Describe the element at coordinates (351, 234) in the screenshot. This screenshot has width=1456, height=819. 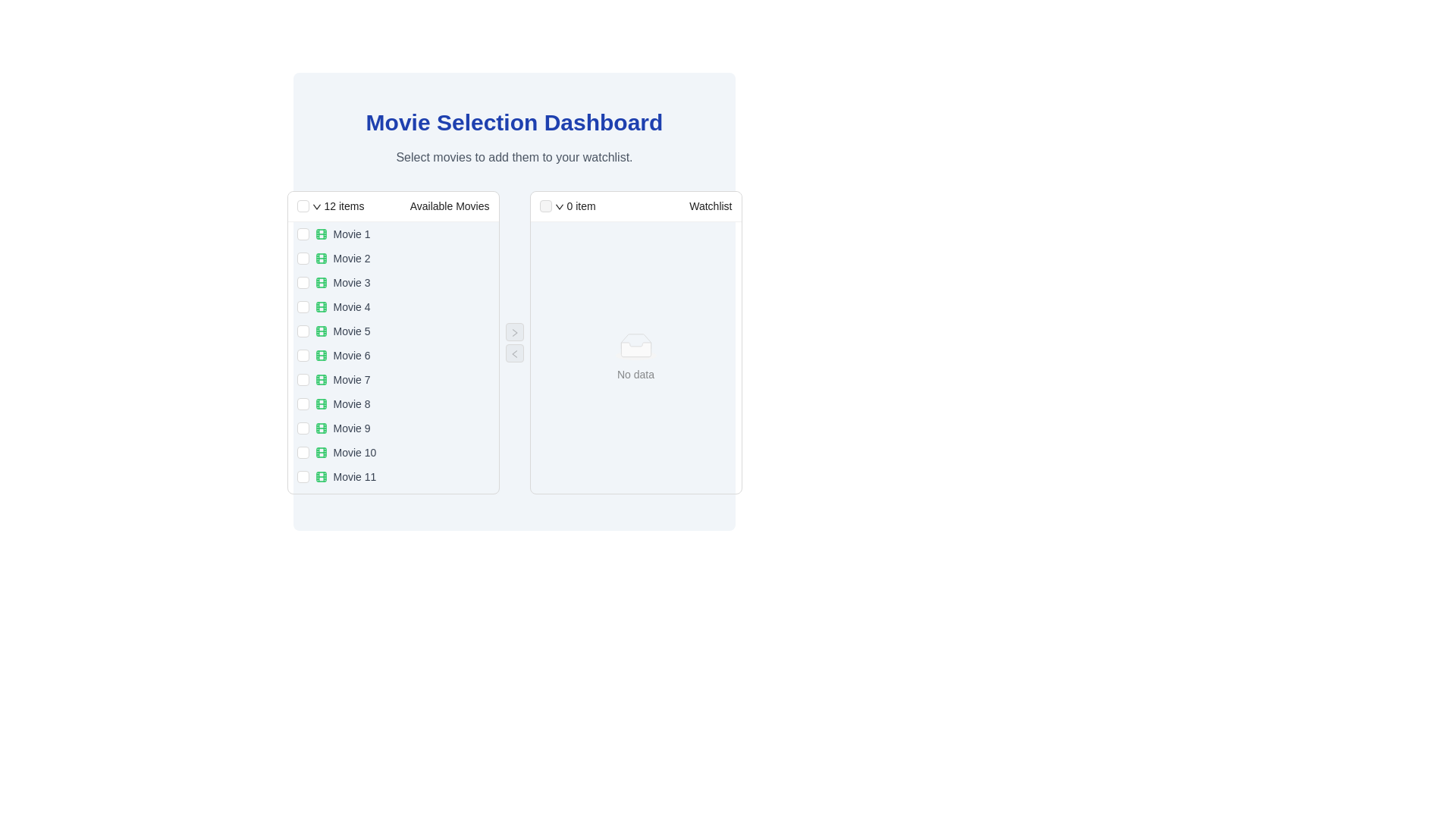
I see `text of the 'Movie 1' label, which is the first entry in the 'Available Movies' section, styled with a simple sans-serif font` at that location.